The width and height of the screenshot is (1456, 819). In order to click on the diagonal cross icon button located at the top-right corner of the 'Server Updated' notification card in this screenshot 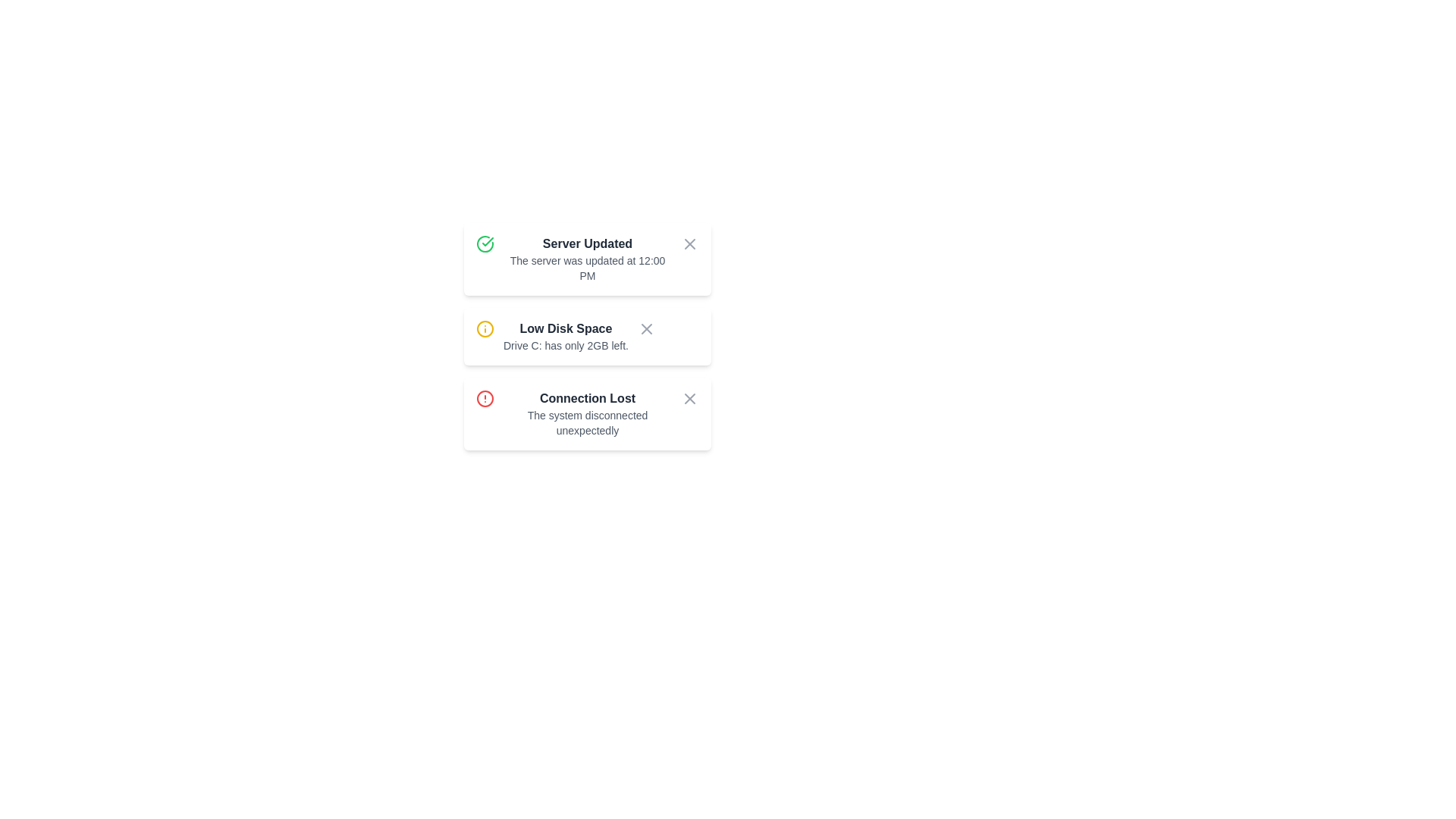, I will do `click(689, 243)`.